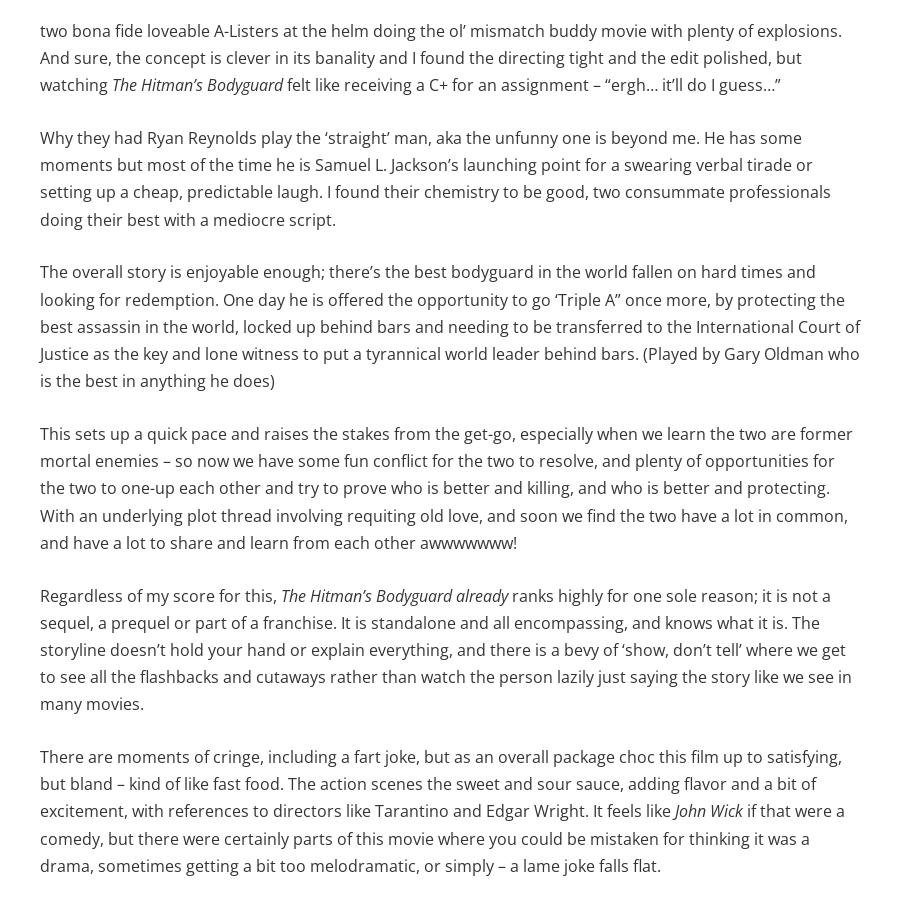  I want to click on 'if that were a comedy, but there were certainly parts of this movie where you could be mistaken for thinking it was a drama, sometimes getting a bit too melodramatic, or simply – a lame joke falls flat.', so click(442, 837).